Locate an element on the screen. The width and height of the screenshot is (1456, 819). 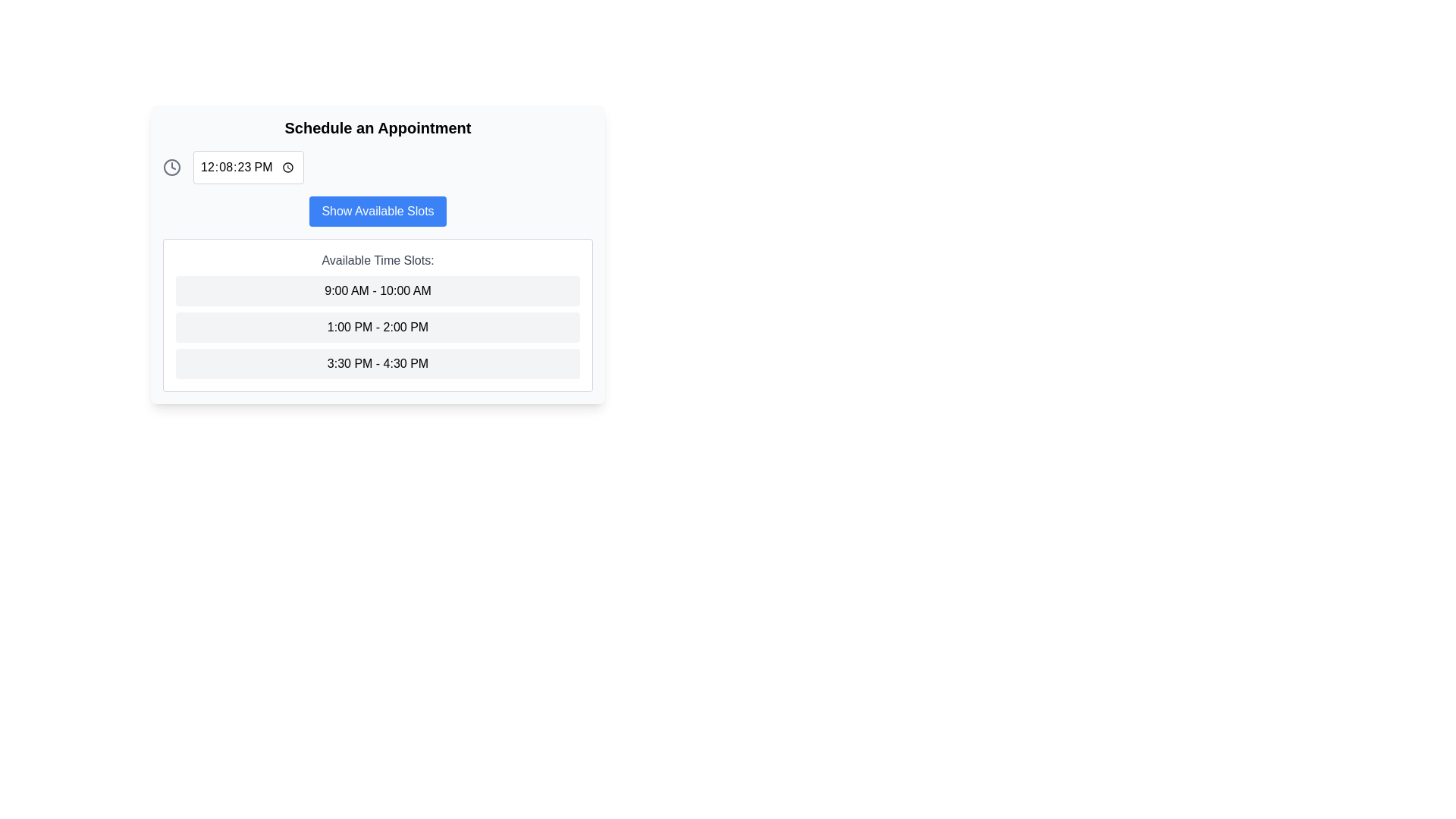
the time input field located under the 'Schedule an Appointment' heading is located at coordinates (248, 167).